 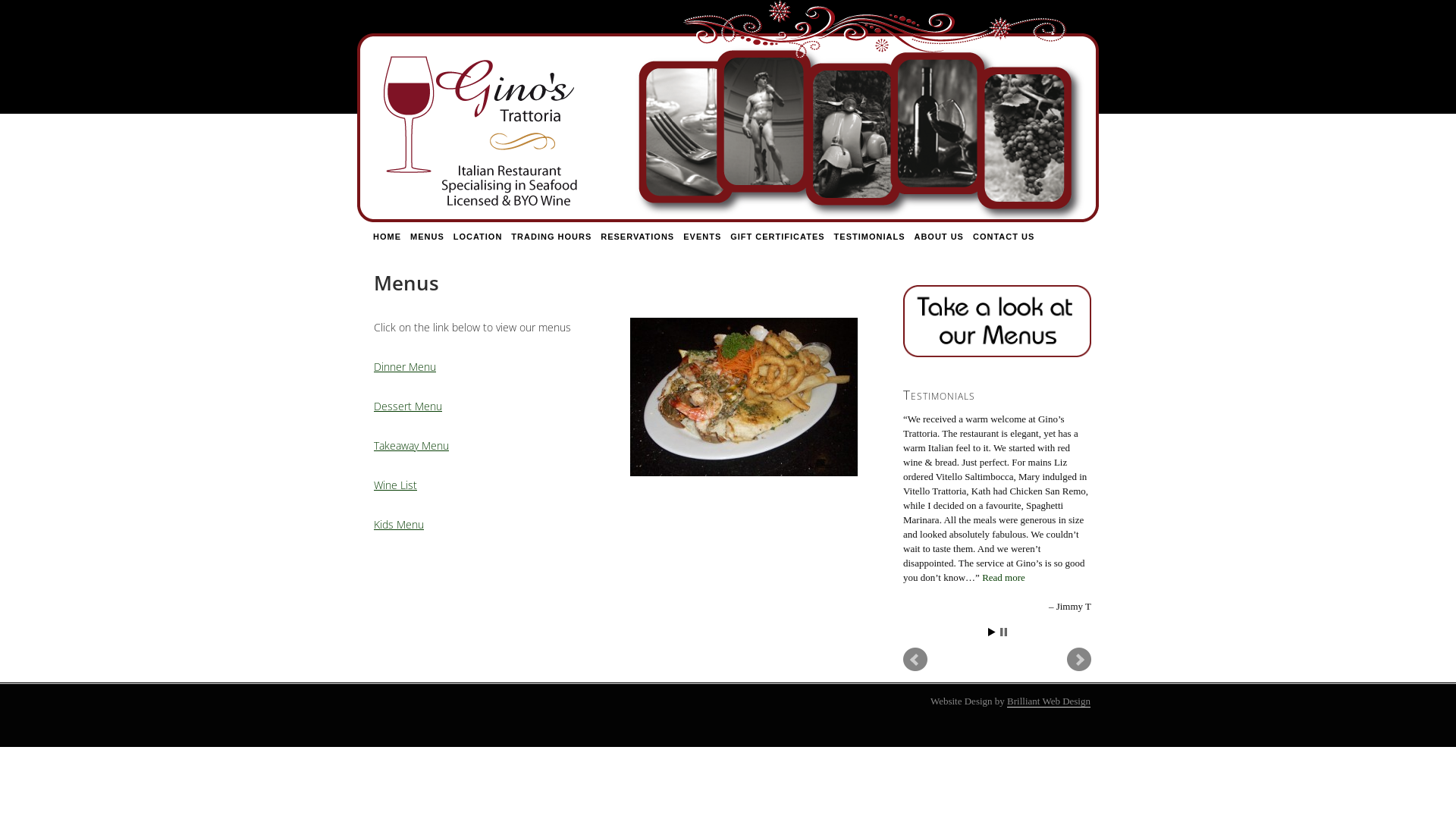 I want to click on 'ABOUT US', so click(x=937, y=237).